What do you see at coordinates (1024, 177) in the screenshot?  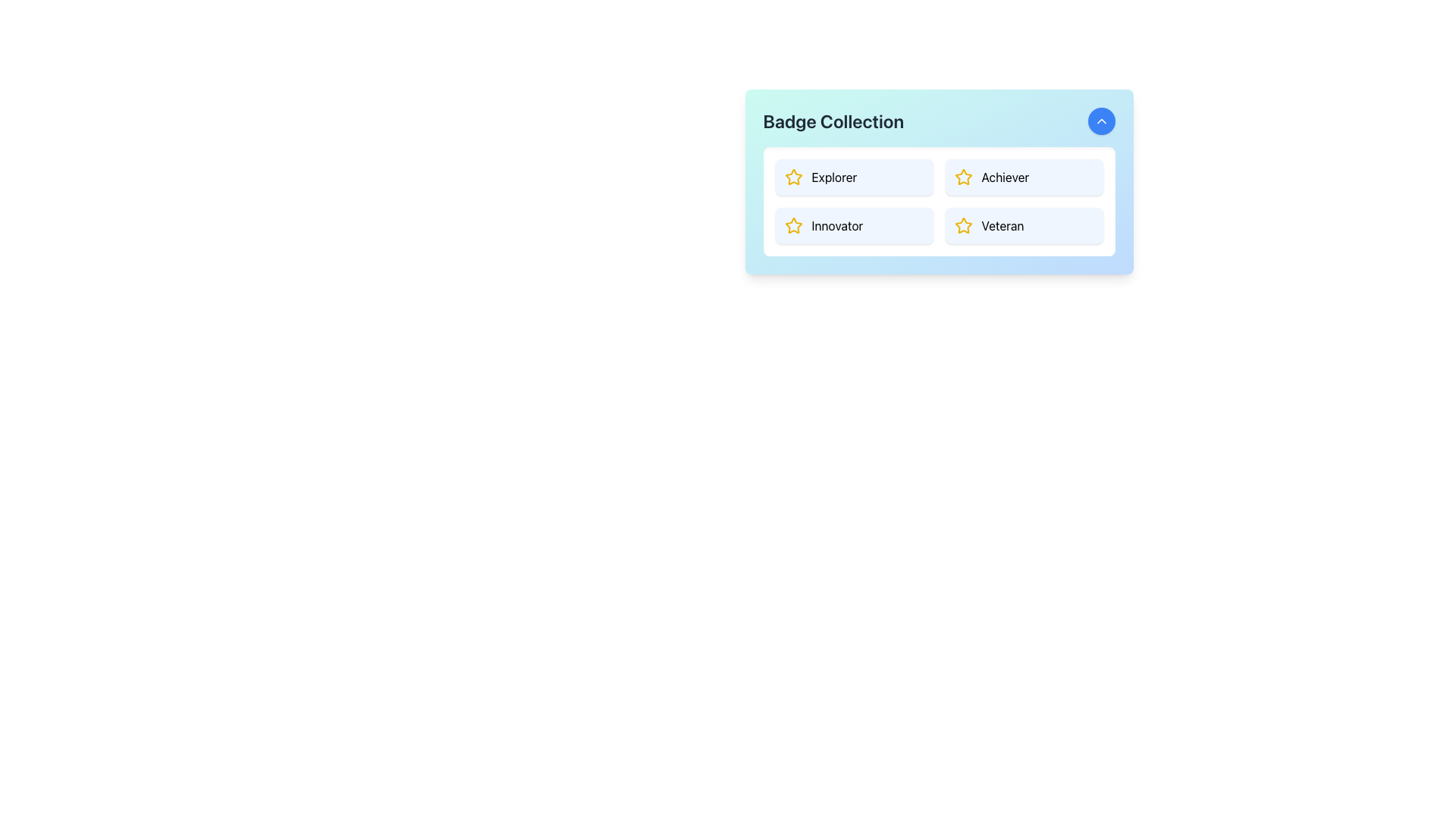 I see `the List Item Button labeled 'Achiever', which features a blue background and a yellow star icon, located in the 'Badge Collection' section` at bounding box center [1024, 177].